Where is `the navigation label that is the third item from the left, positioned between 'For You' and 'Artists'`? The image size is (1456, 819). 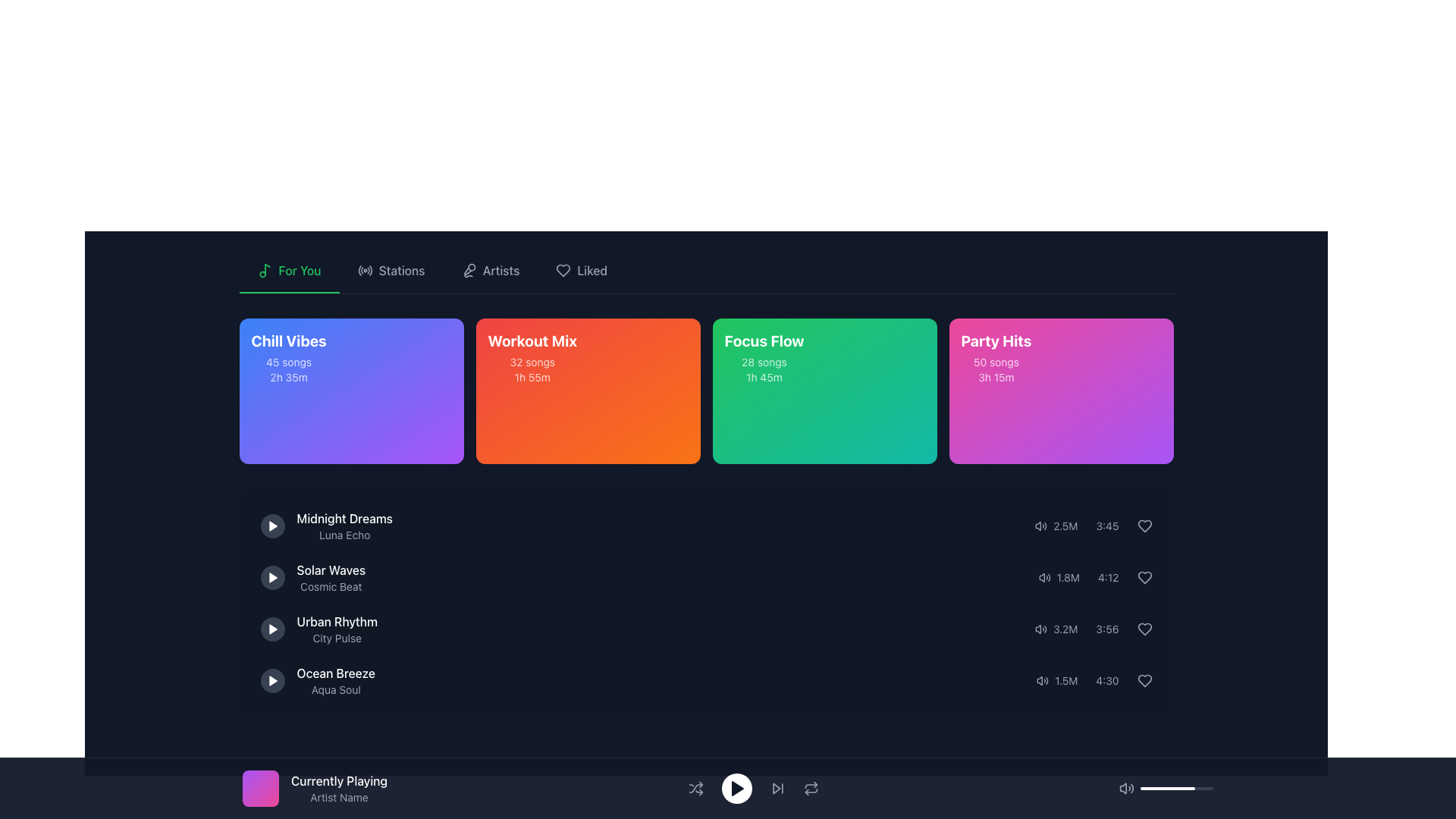
the navigation label that is the third item from the left, positioned between 'For You' and 'Artists' is located at coordinates (402, 270).